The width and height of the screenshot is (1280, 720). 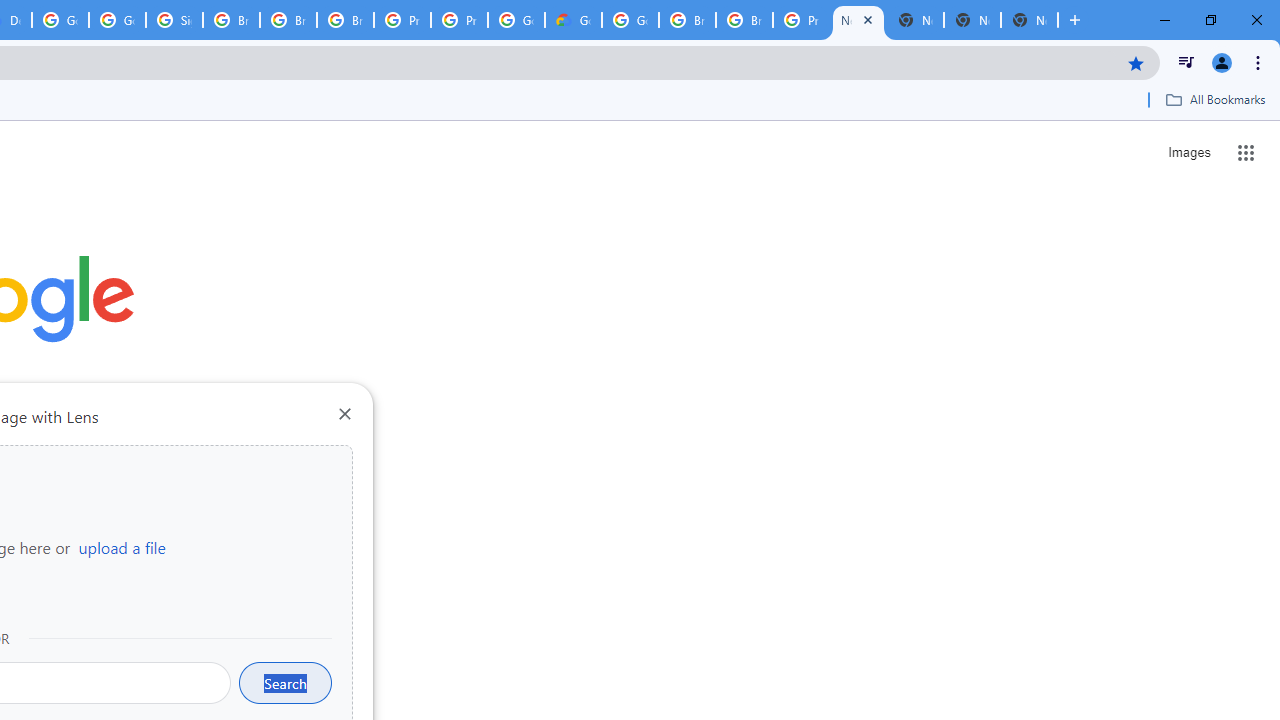 What do you see at coordinates (743, 20) in the screenshot?
I see `'Browse Chrome as a guest - Computer - Google Chrome Help'` at bounding box center [743, 20].